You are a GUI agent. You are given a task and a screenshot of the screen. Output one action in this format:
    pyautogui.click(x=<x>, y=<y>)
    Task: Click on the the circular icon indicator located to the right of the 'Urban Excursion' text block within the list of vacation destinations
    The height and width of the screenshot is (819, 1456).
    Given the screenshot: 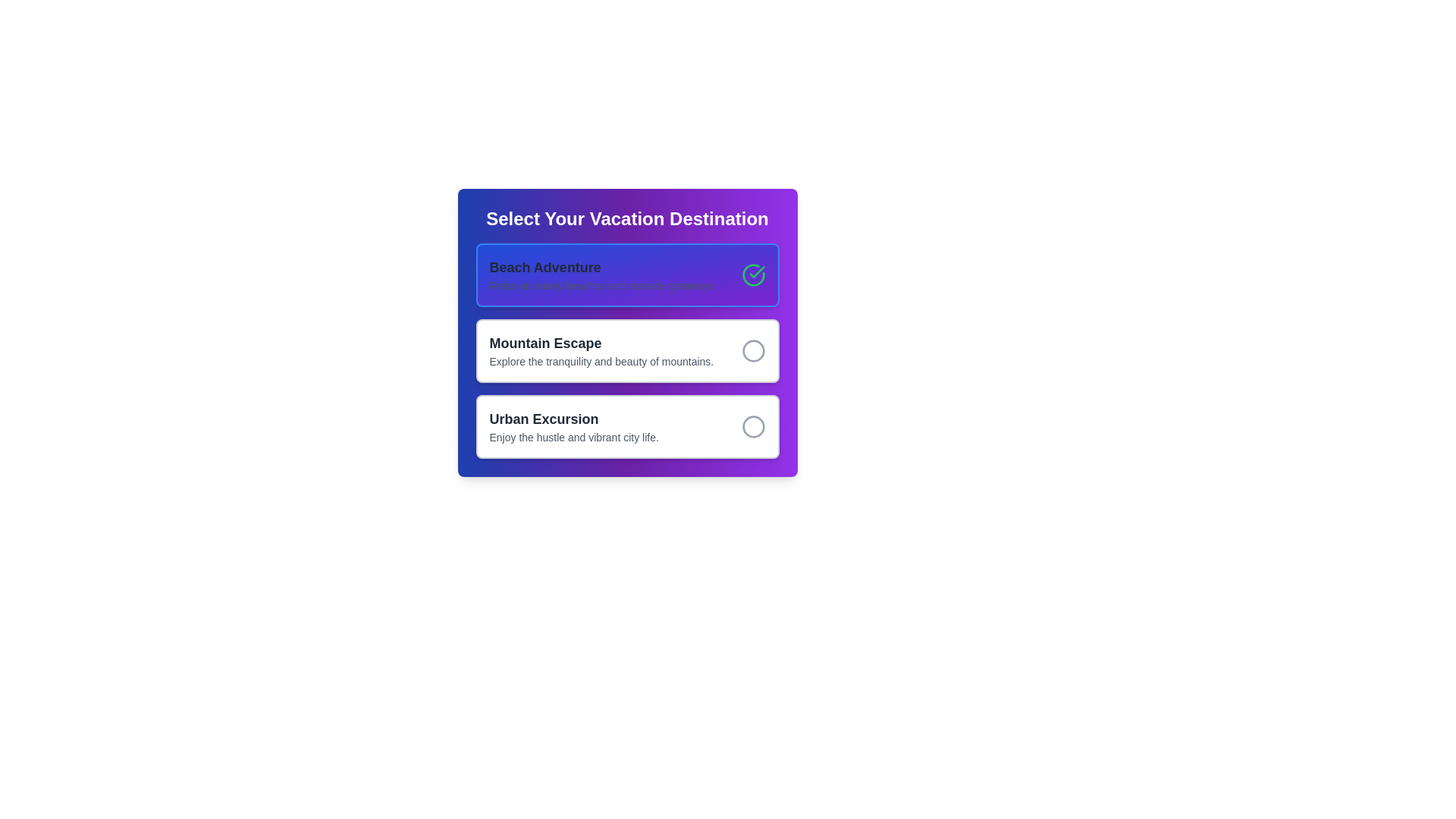 What is the action you would take?
    pyautogui.click(x=753, y=427)
    